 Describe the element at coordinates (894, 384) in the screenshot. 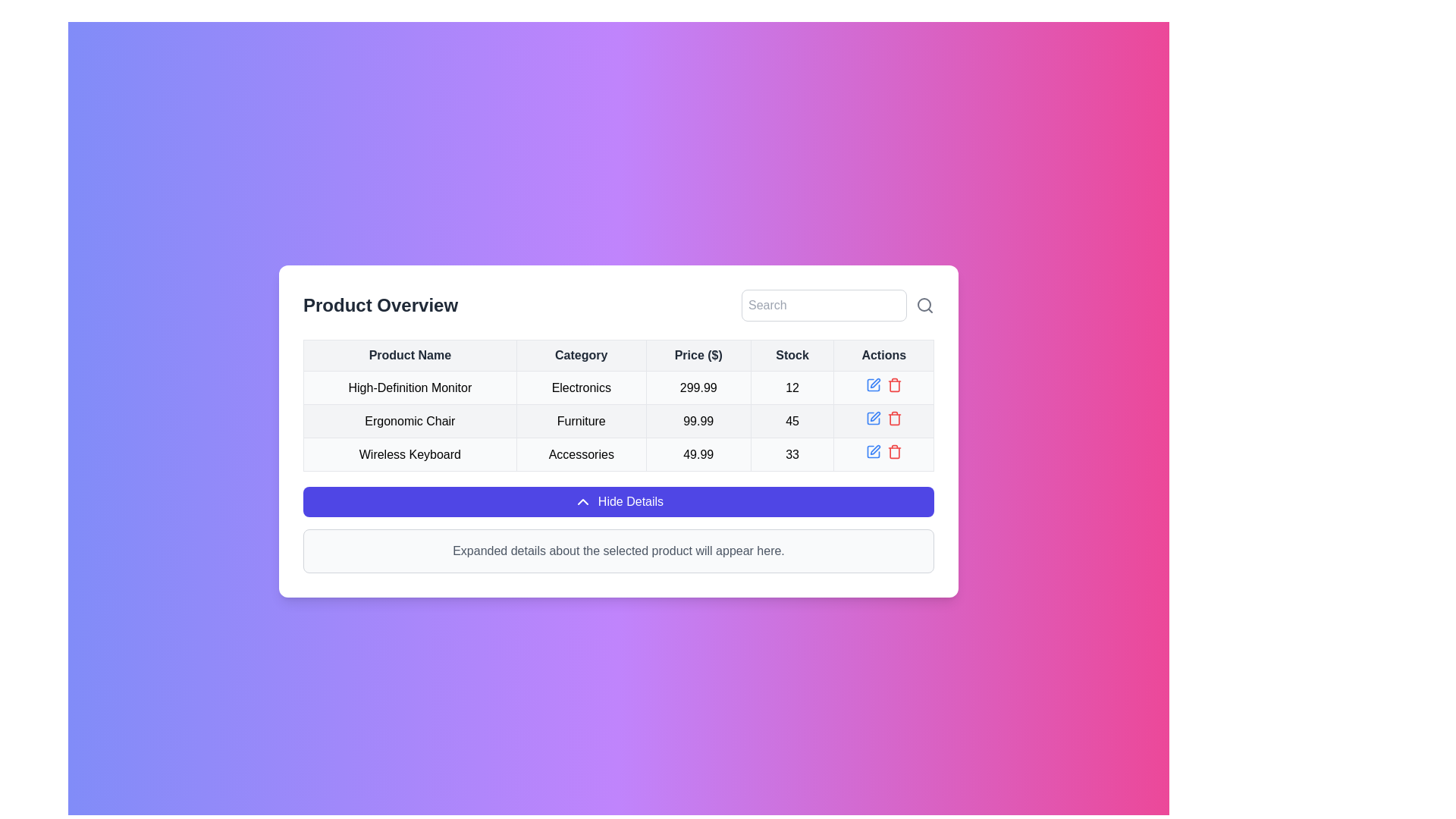

I see `the trash bin icon in the 'Actions' column of the second row to initiate a delete action` at that location.